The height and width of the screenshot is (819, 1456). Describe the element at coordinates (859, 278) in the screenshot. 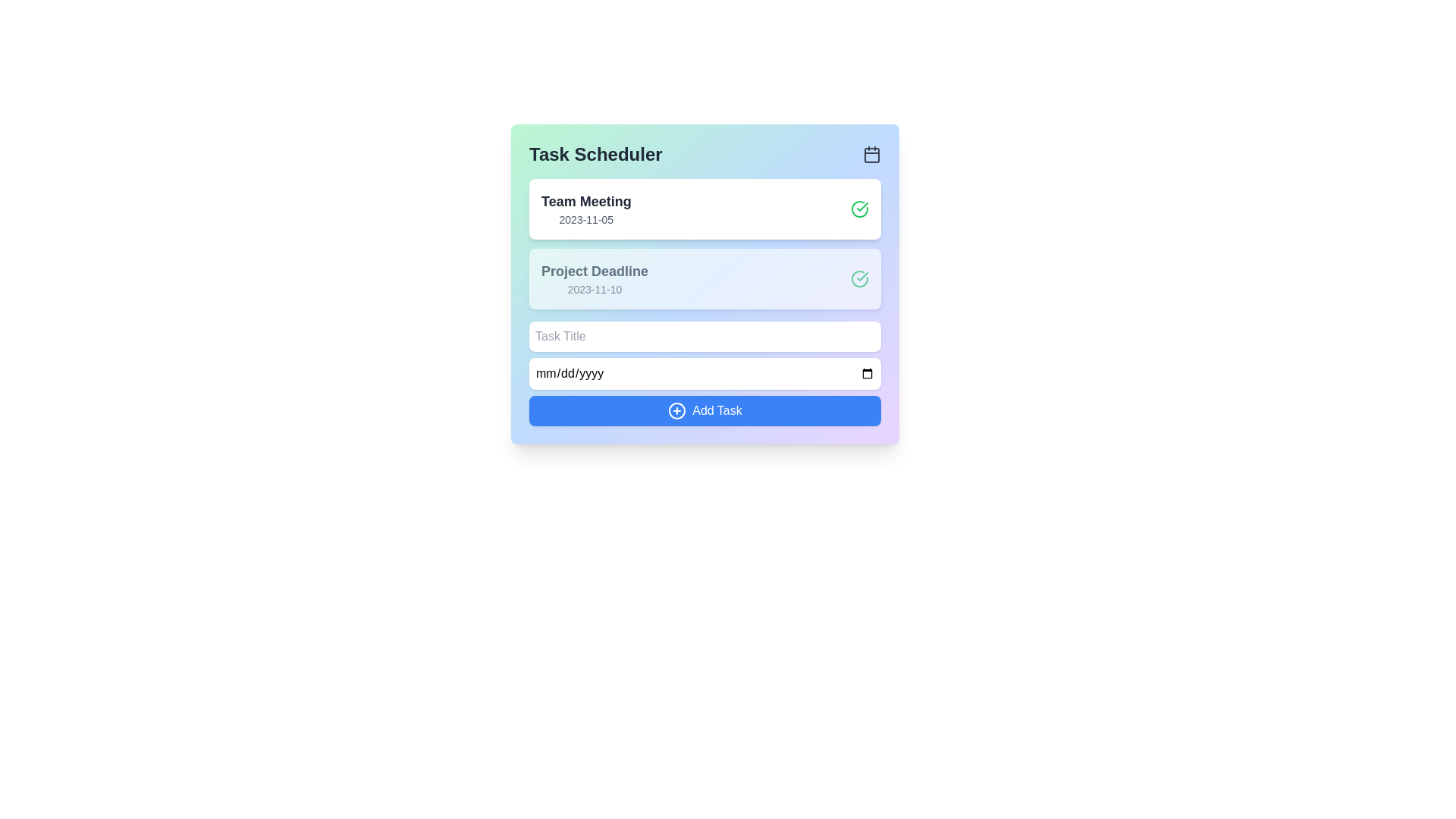

I see `the Icon button in the second card of the 'Project Deadline' list to change its appearance` at that location.